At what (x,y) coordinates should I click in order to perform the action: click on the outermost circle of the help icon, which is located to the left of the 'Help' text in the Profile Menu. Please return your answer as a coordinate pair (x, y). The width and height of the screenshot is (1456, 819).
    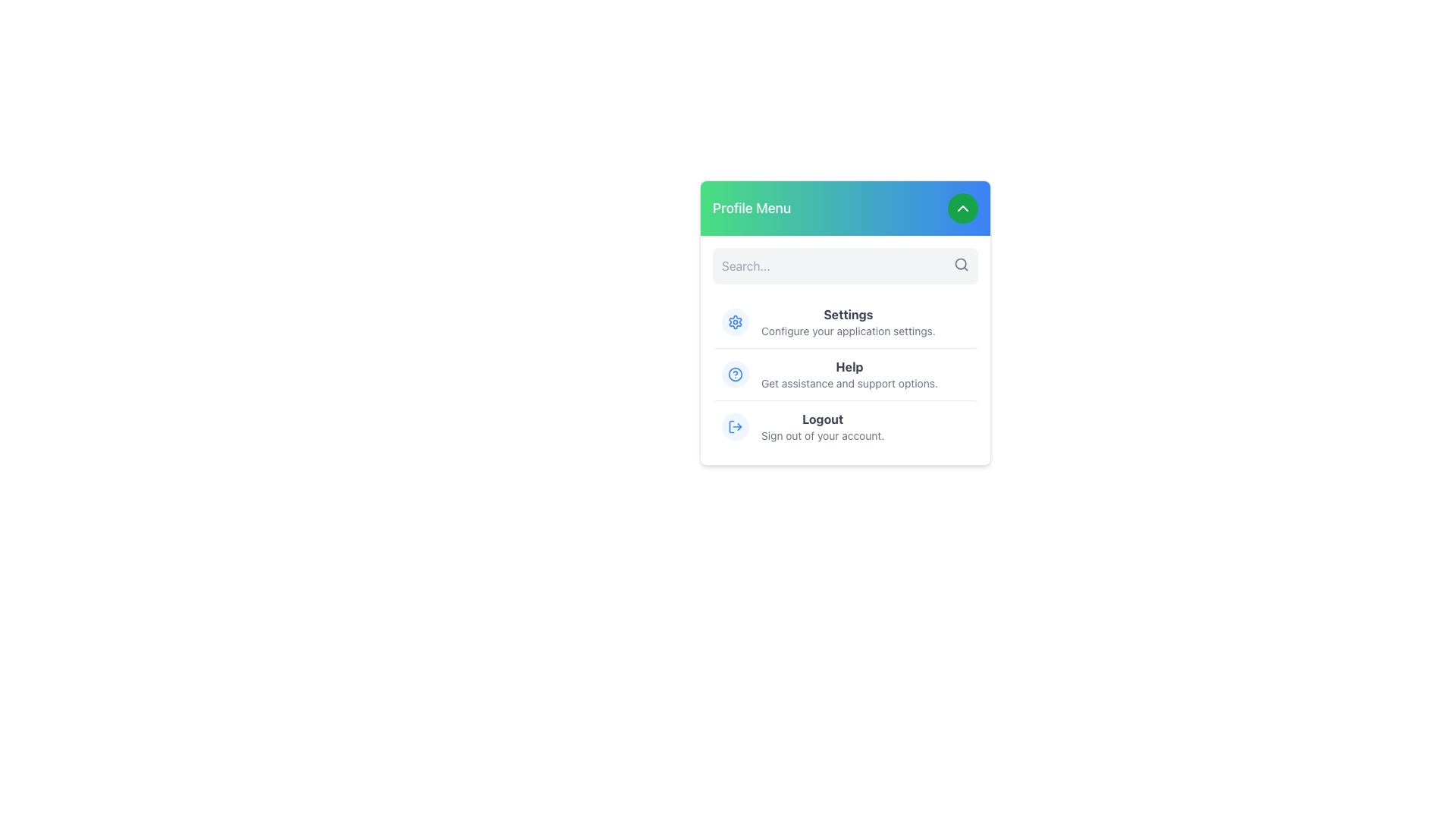
    Looking at the image, I should click on (735, 374).